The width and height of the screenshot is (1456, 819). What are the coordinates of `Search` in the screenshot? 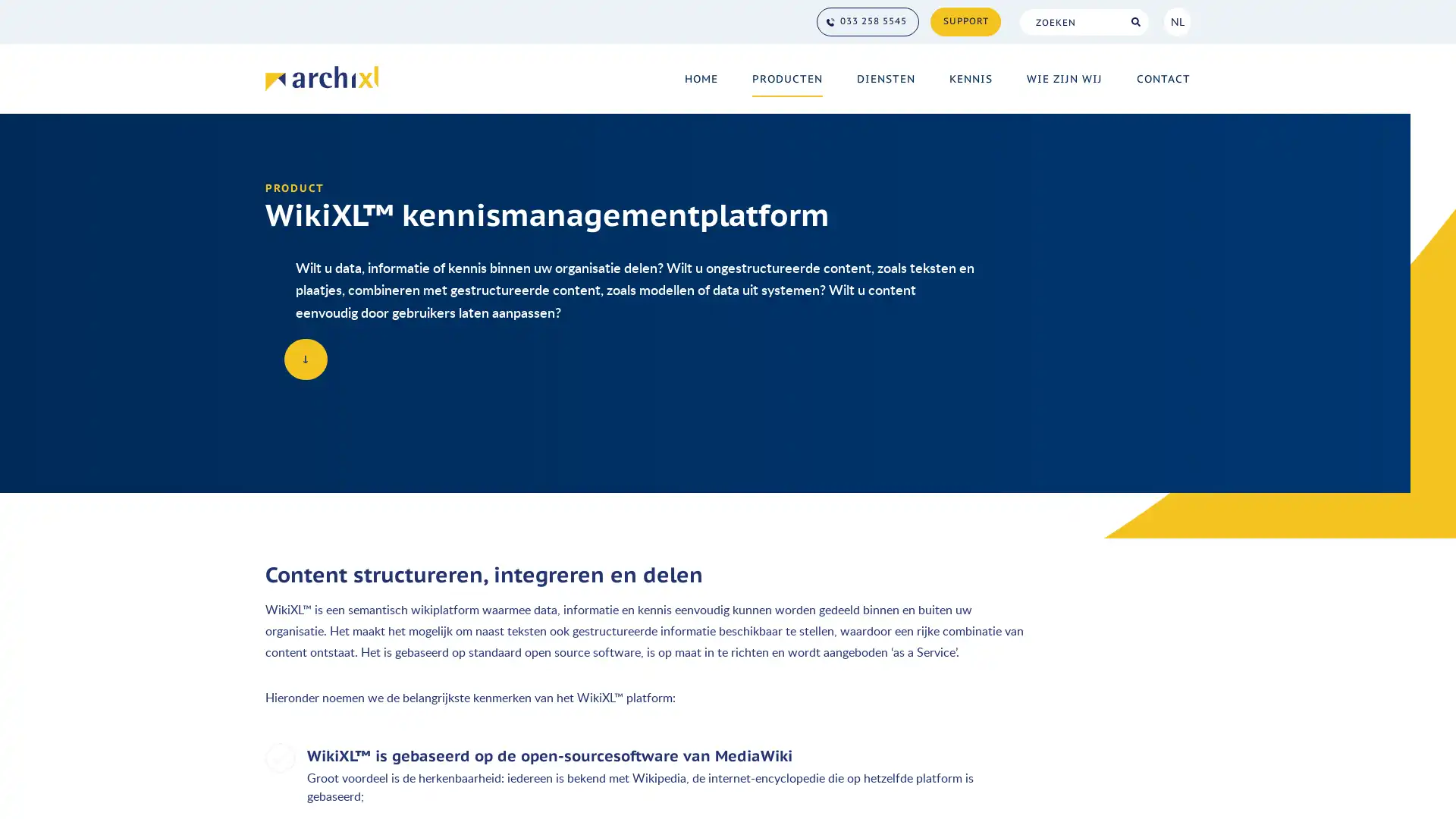 It's located at (1135, 21).